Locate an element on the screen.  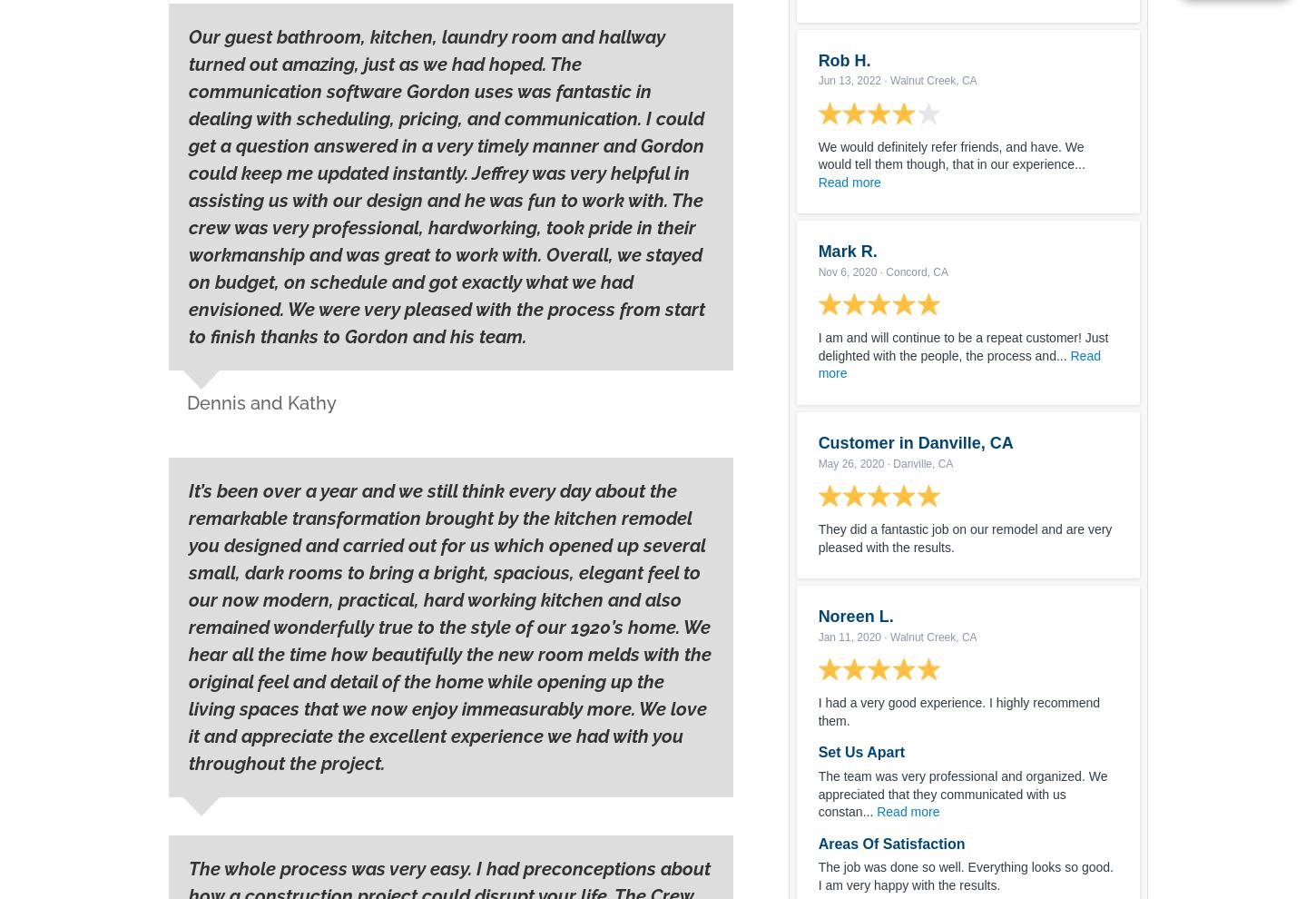
'It’s been over a year and we still think every day about the remarkable transformation brought by the kitch﻿en remodel you designed and carried out for us which opened up several small, dark rooms to bring a bright, spacious, elegant feel to our now modern, practical, hard working kitchen and also remained wonderfully true to the style of our 1920’s home. We hear all the time how beautifully the new room melds with the original feel and detail of the home while opening up the living spaces that we now enjoy immeasurably more. We love it and appreciate the excellent experience we had with you throughout the project.' is located at coordinates (450, 627).